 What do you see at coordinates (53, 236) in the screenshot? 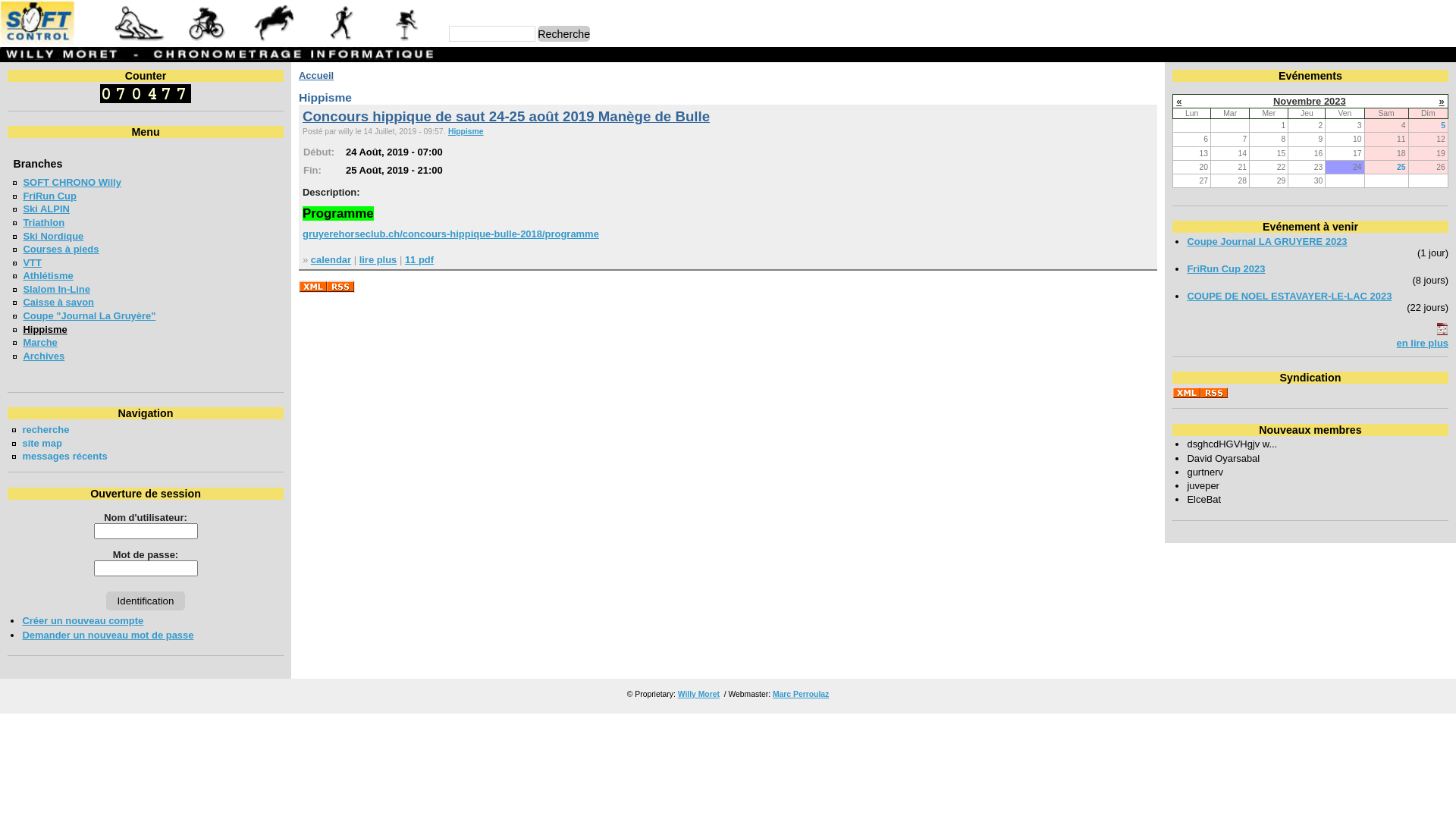
I see `'Ski Nordique'` at bounding box center [53, 236].